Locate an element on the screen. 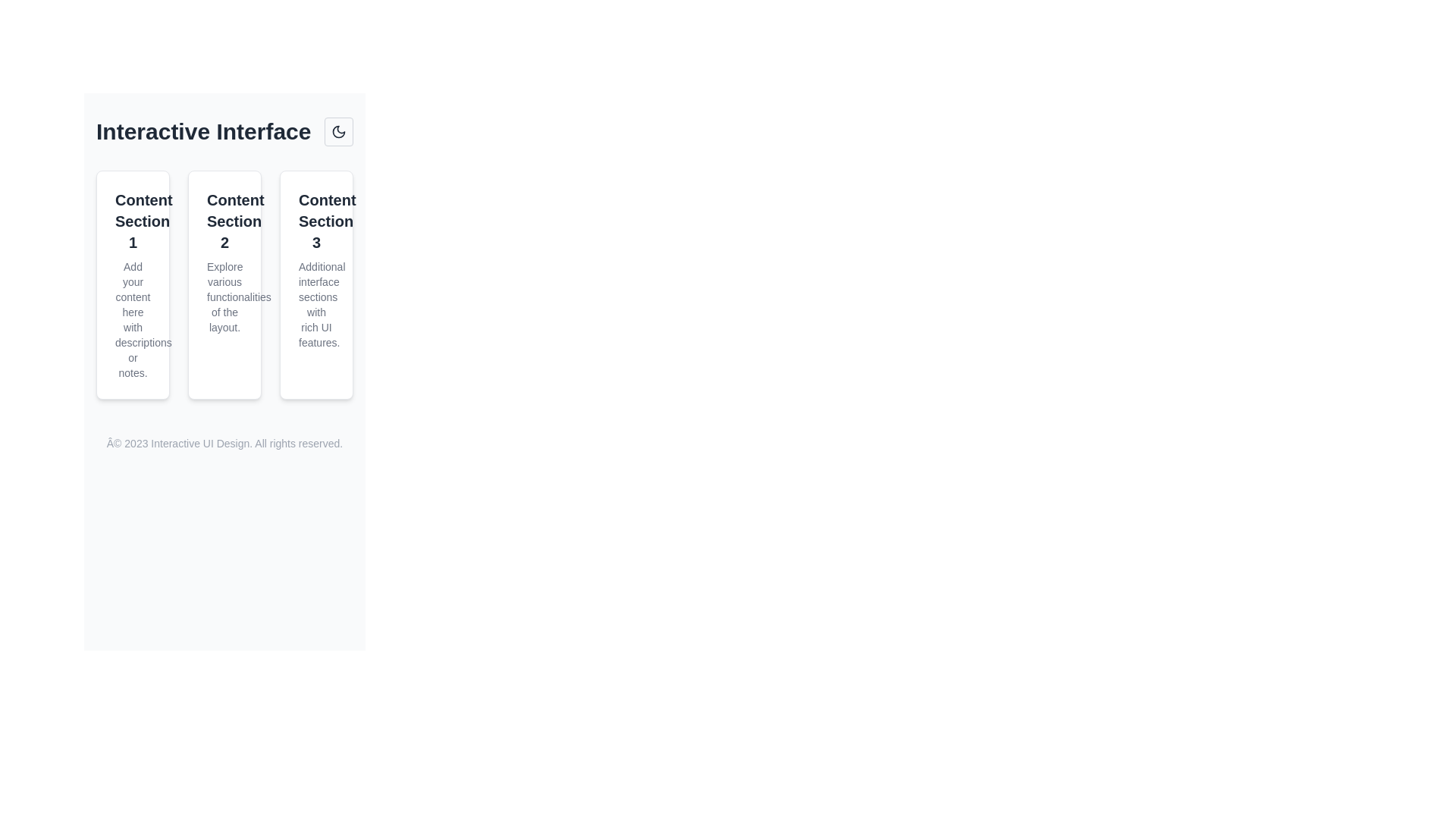  the graphical icon representing the theme toggle for night mode located in the top-right corner of the interface near the title 'Interactive Interface' is located at coordinates (337, 130).